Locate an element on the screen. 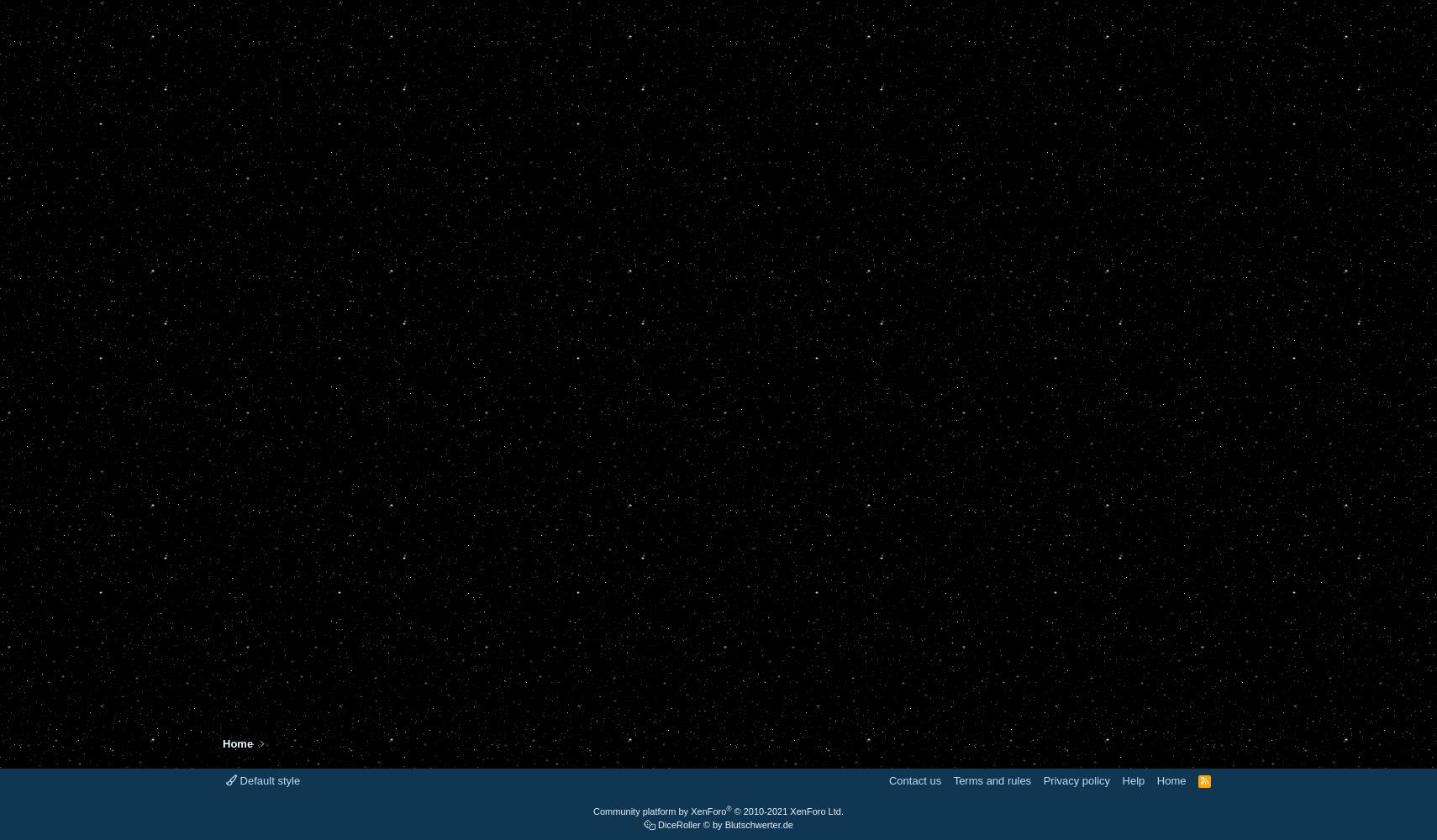  'Help' is located at coordinates (1133, 780).